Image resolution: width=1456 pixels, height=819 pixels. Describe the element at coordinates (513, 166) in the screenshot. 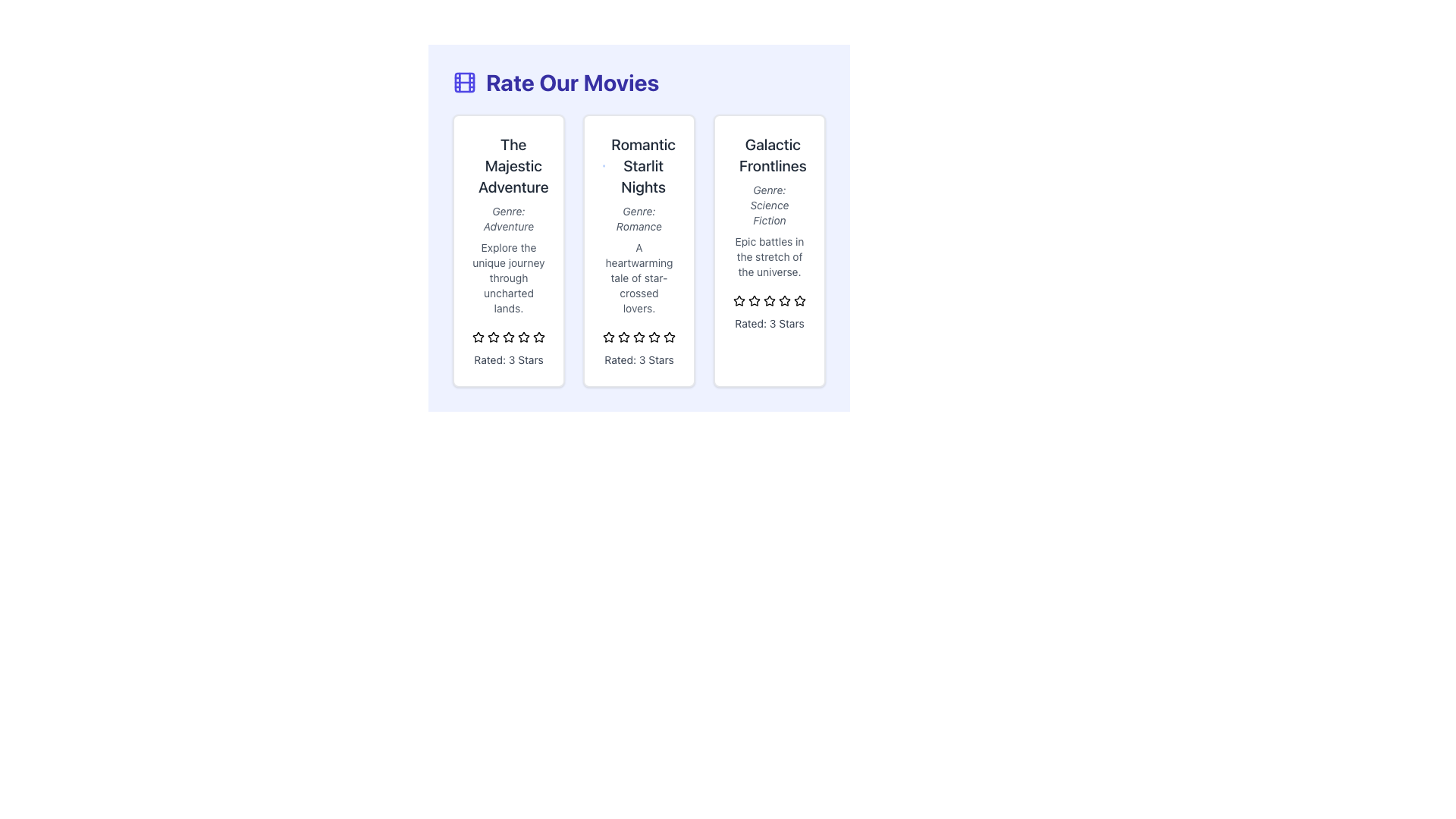

I see `the static text element displaying the title 'The Majestic Adventure', located in the top section of the first card in a row of three cards, centrally positioned above other content` at that location.